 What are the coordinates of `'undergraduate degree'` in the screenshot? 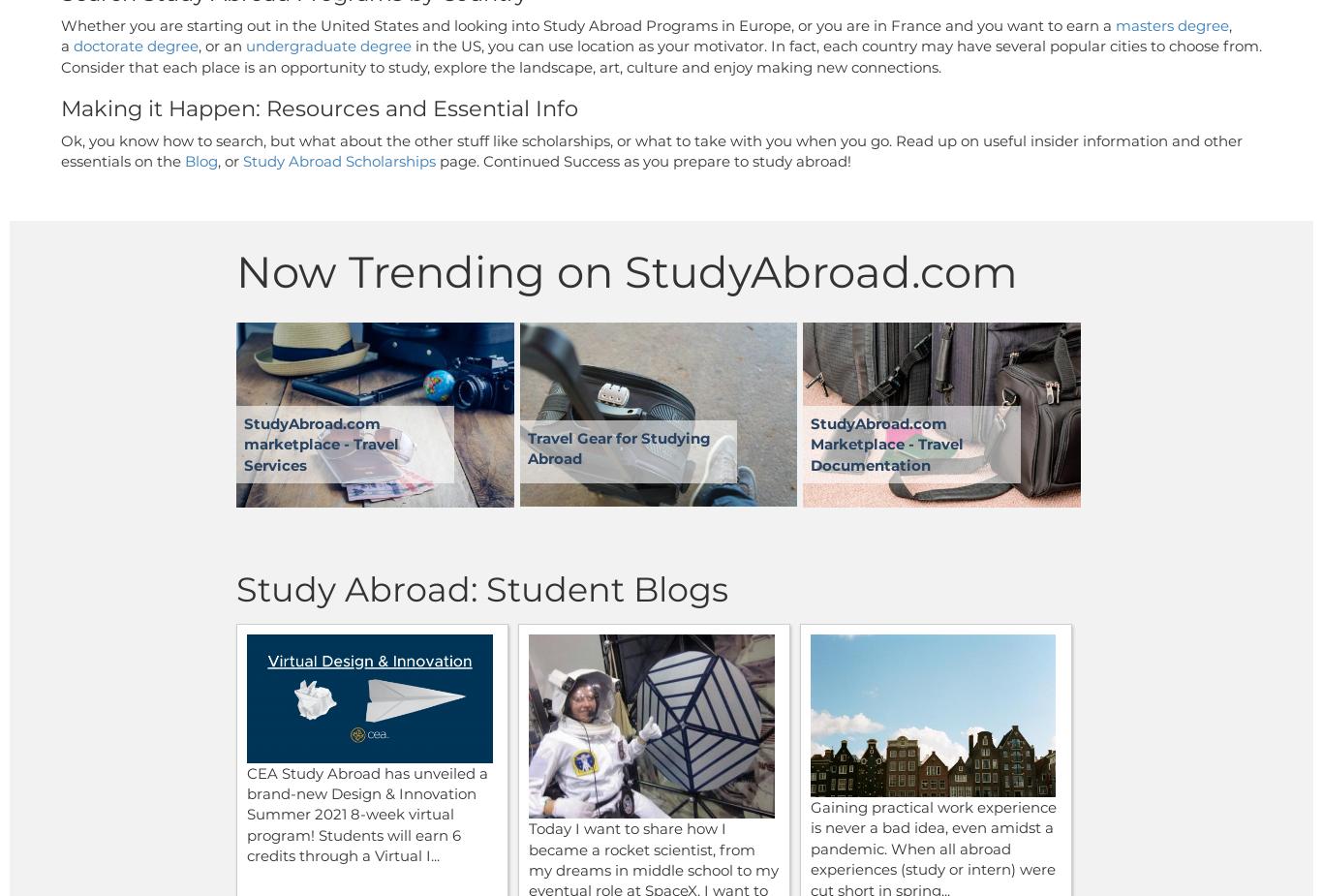 It's located at (328, 45).